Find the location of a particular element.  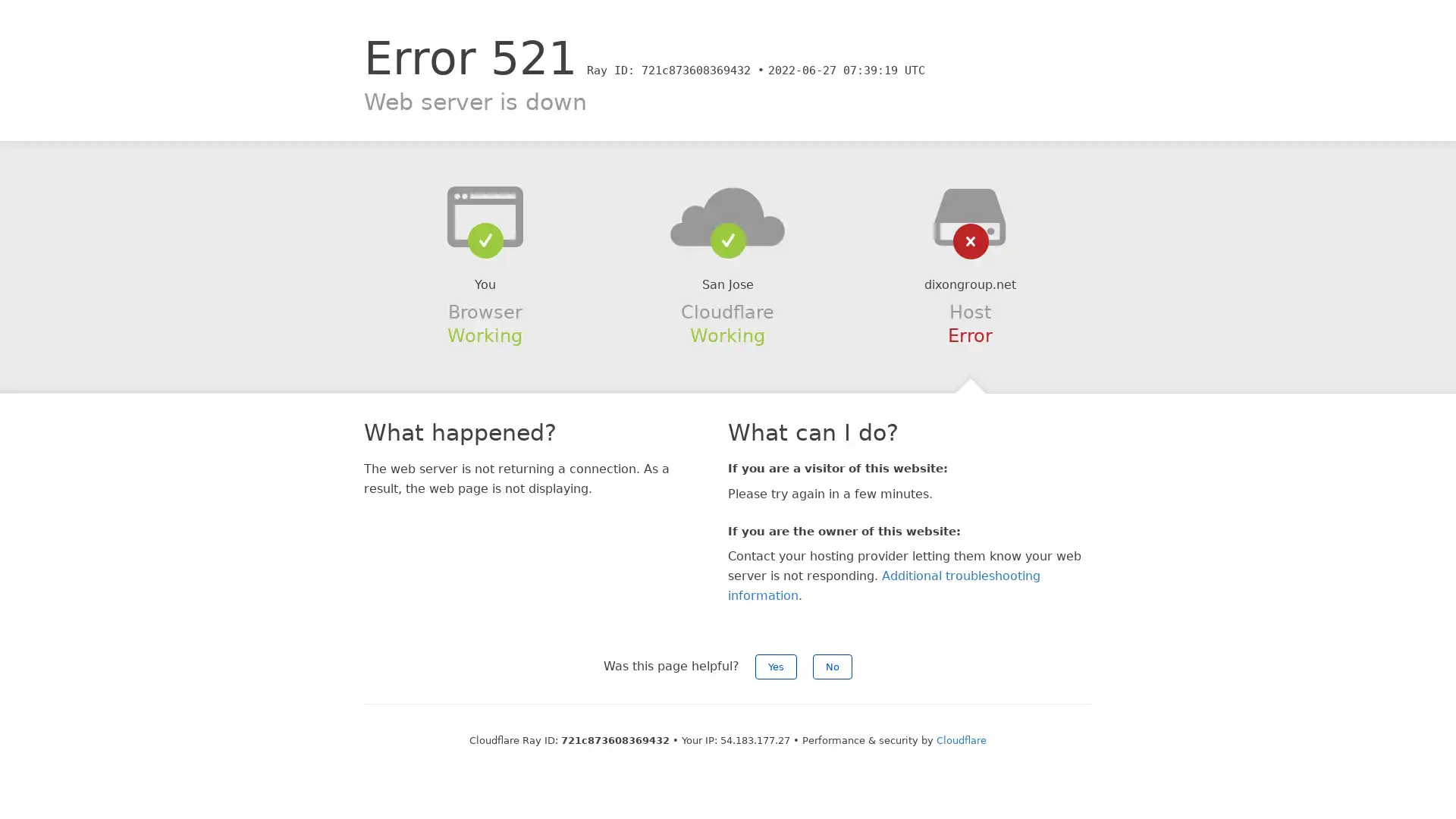

Yes is located at coordinates (776, 666).